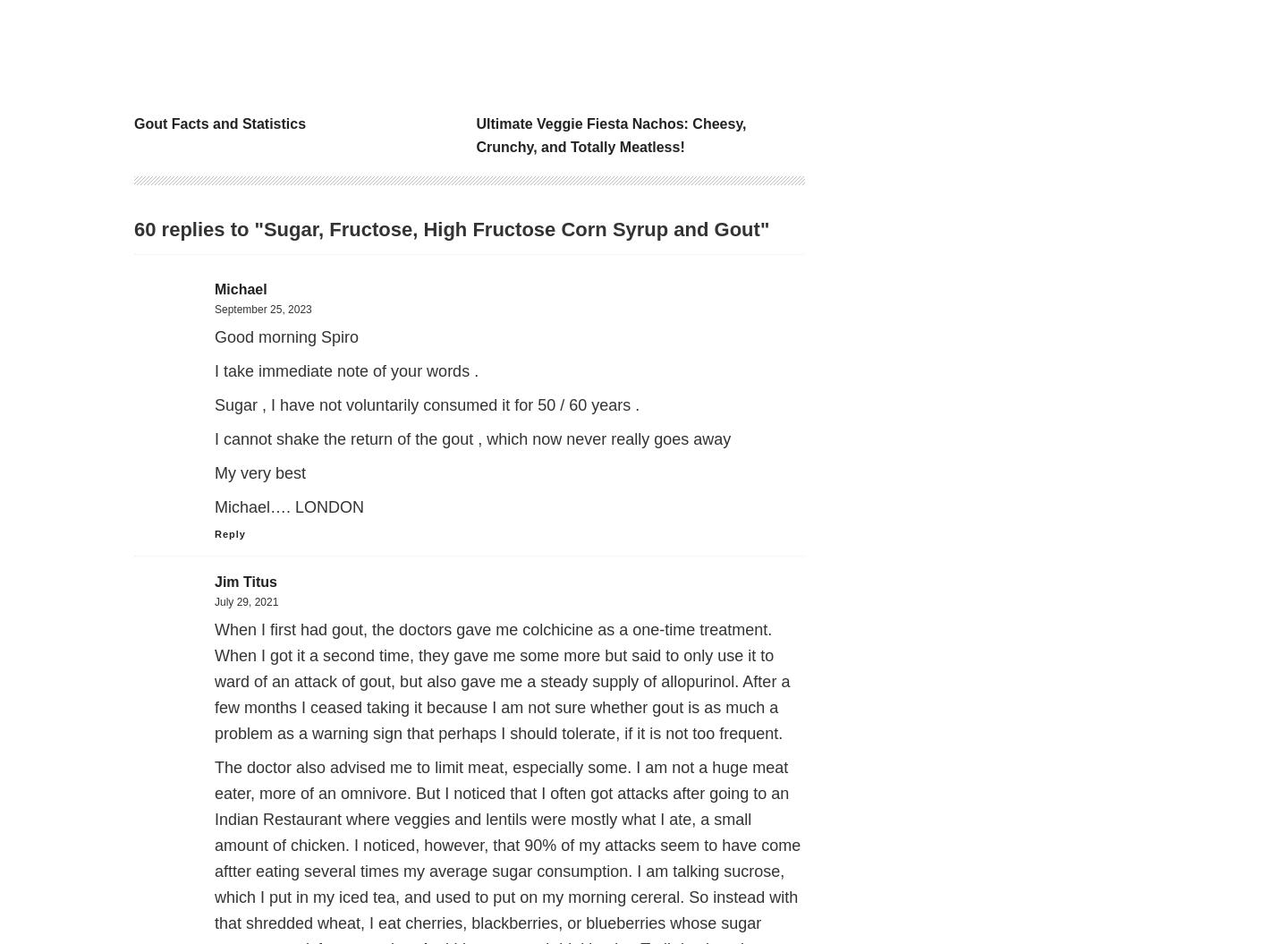 The height and width of the screenshot is (944, 1288). What do you see at coordinates (215, 336) in the screenshot?
I see `'Good morning Spiro'` at bounding box center [215, 336].